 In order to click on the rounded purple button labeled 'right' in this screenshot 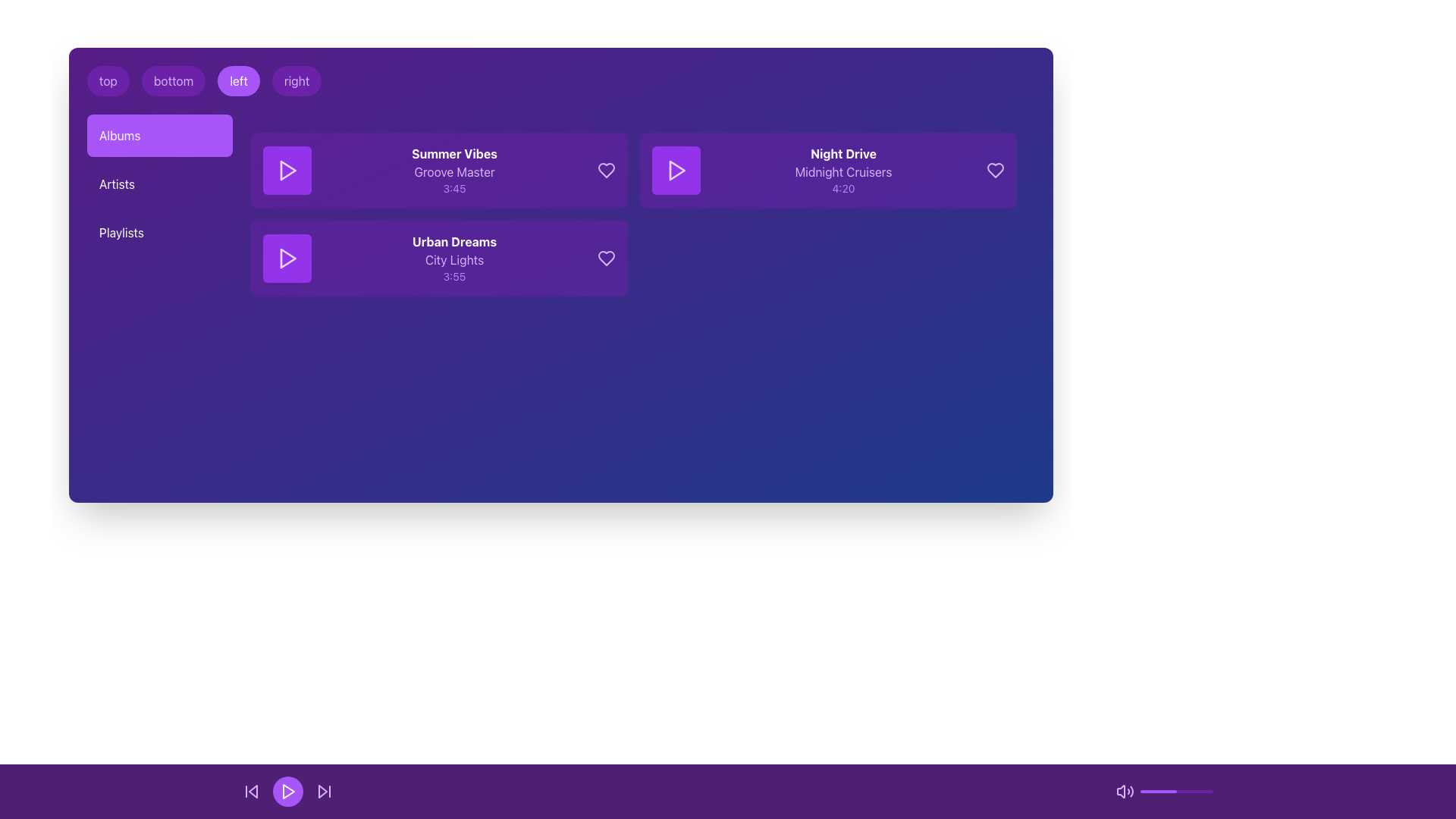, I will do `click(297, 81)`.